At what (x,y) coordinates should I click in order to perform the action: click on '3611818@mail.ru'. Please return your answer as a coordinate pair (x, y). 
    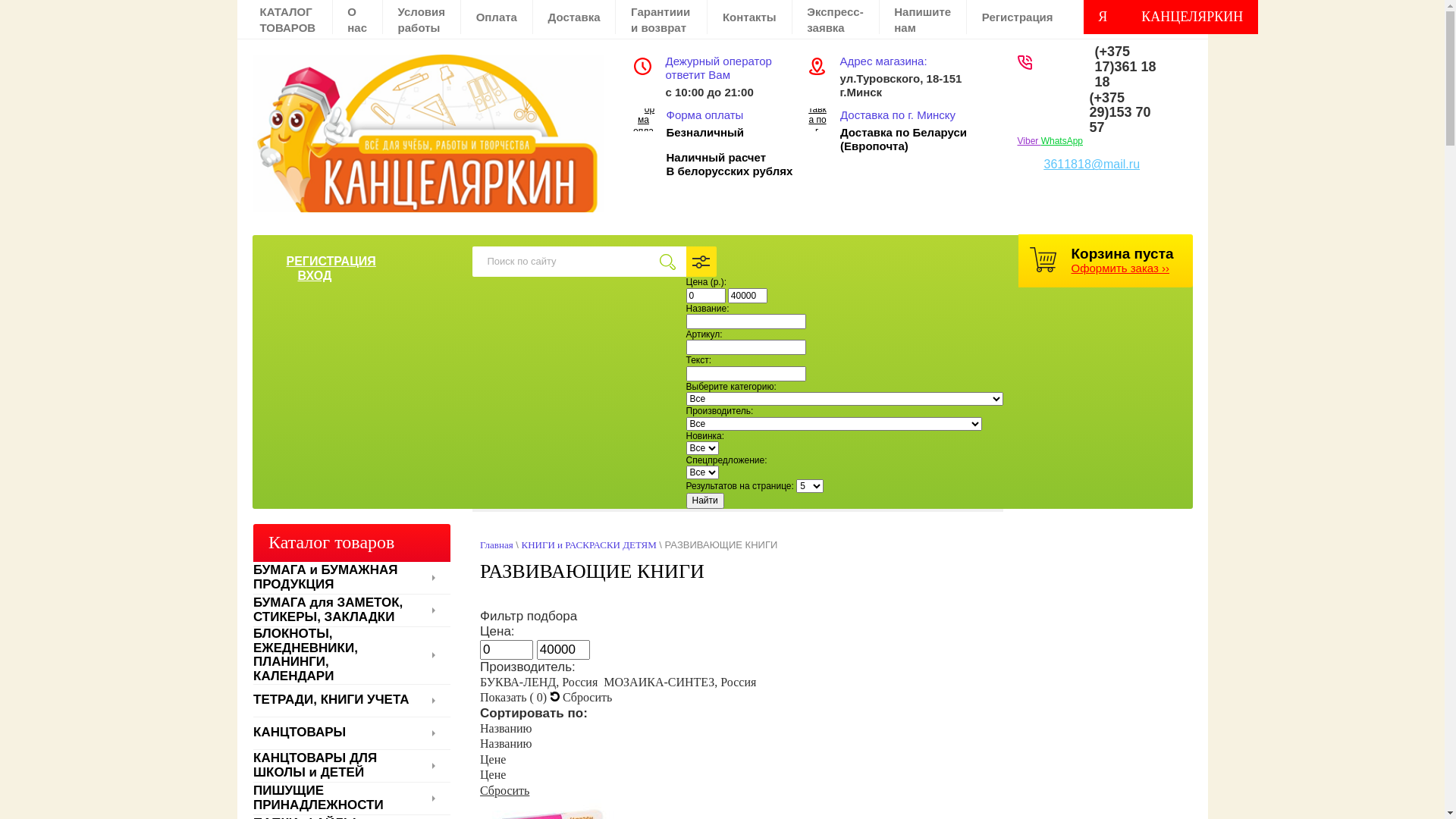
    Looking at the image, I should click on (1090, 164).